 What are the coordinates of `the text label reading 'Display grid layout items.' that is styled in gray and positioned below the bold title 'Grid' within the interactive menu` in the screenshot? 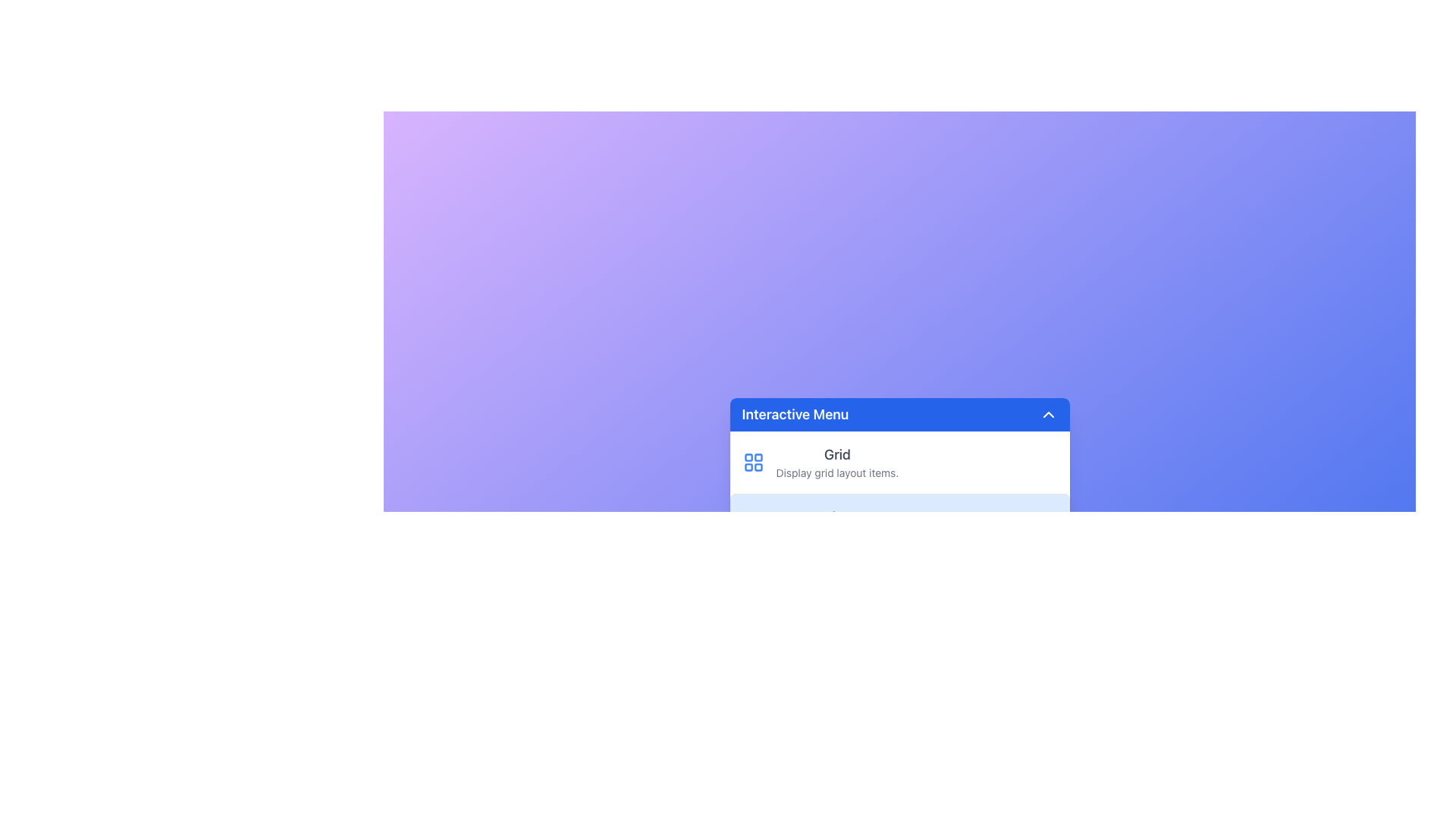 It's located at (836, 472).